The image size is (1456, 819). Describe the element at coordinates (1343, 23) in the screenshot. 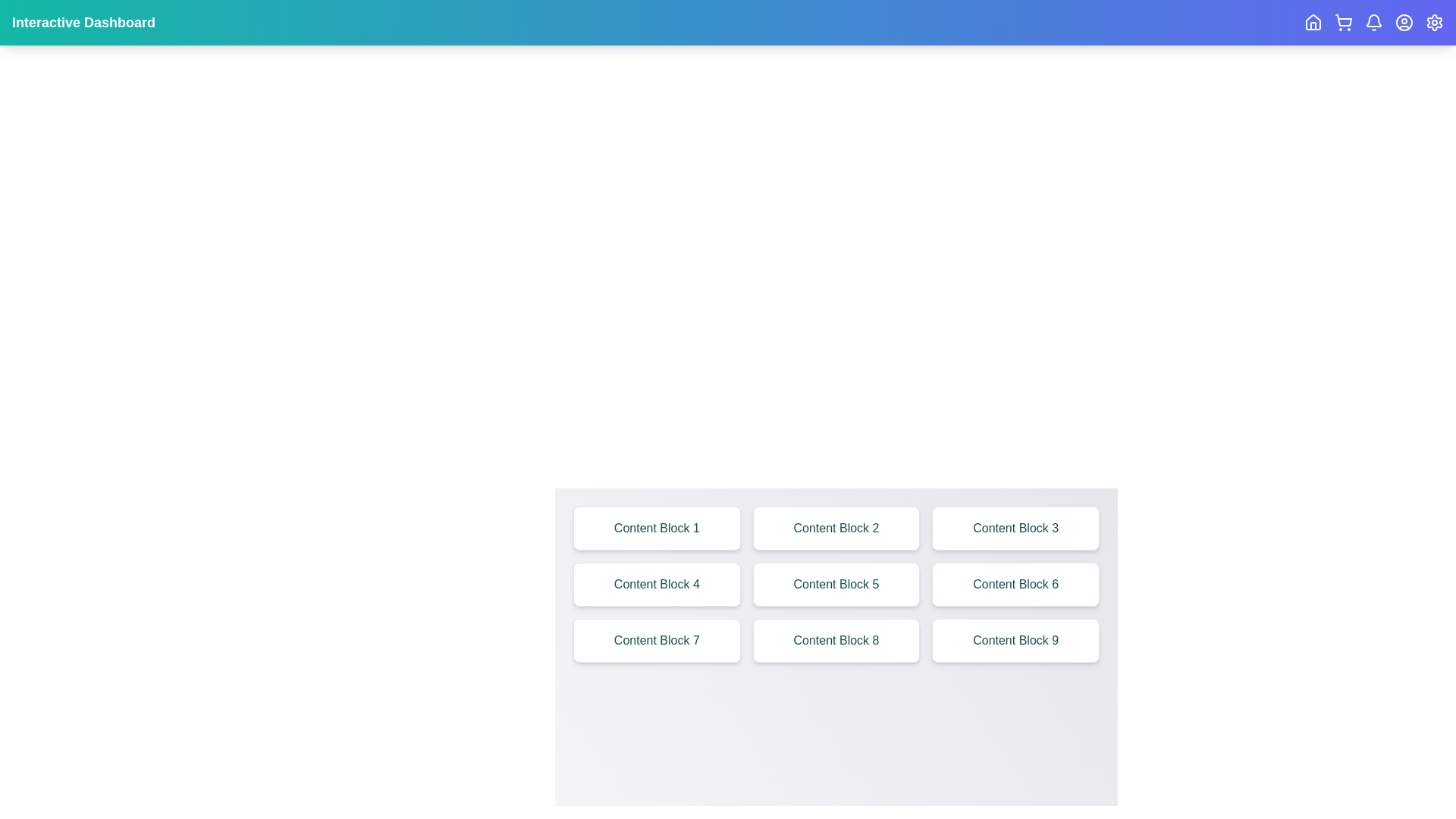

I see `the interactive icon corresponding to ShoppingCart` at that location.